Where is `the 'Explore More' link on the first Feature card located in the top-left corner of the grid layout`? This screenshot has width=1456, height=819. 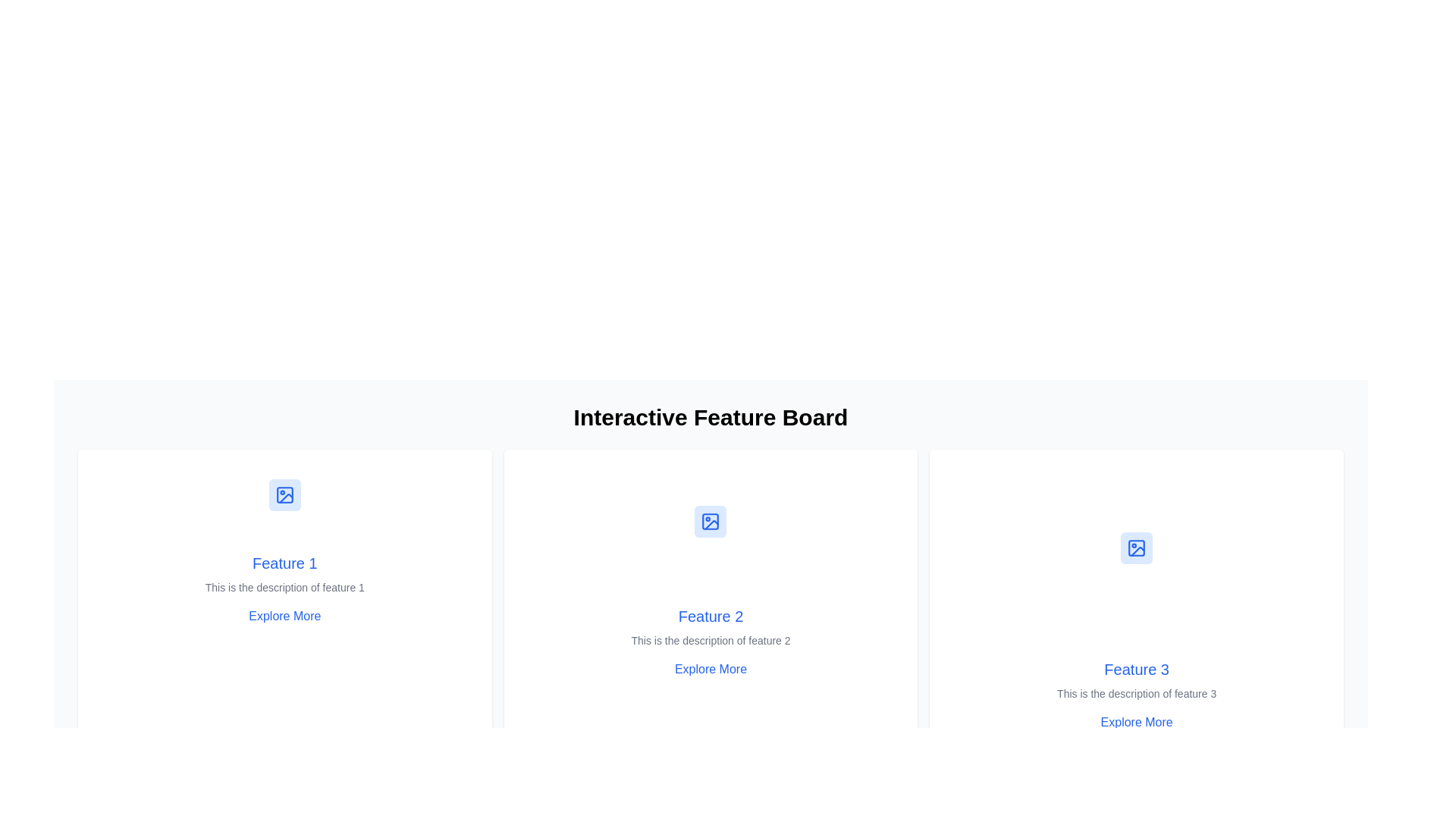 the 'Explore More' link on the first Feature card located in the top-left corner of the grid layout is located at coordinates (284, 595).